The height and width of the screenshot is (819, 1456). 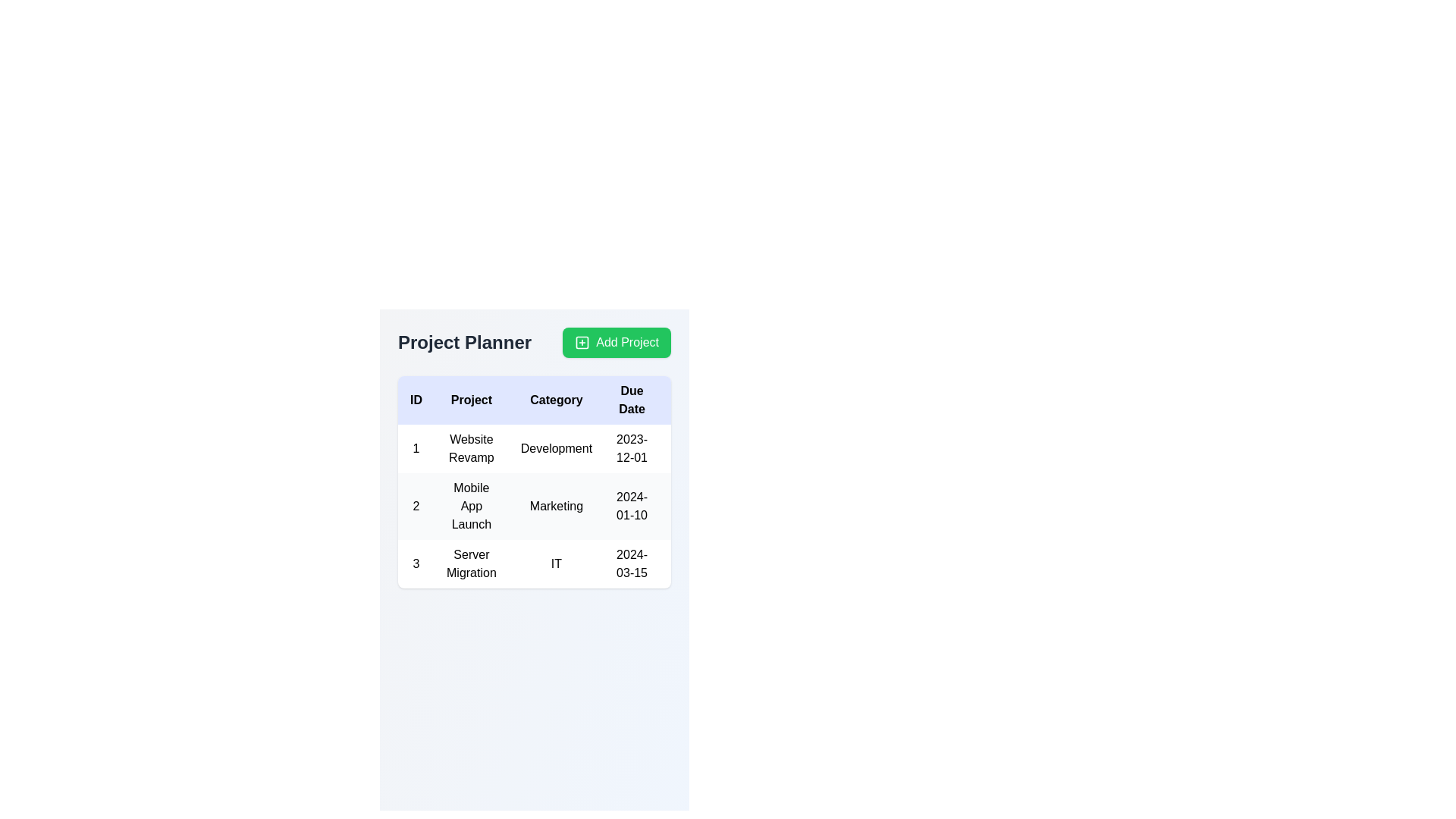 I want to click on the Table Header Cell indicating due dates in the Project Planner table, which is the fourth column header from the left, so click(x=632, y=400).